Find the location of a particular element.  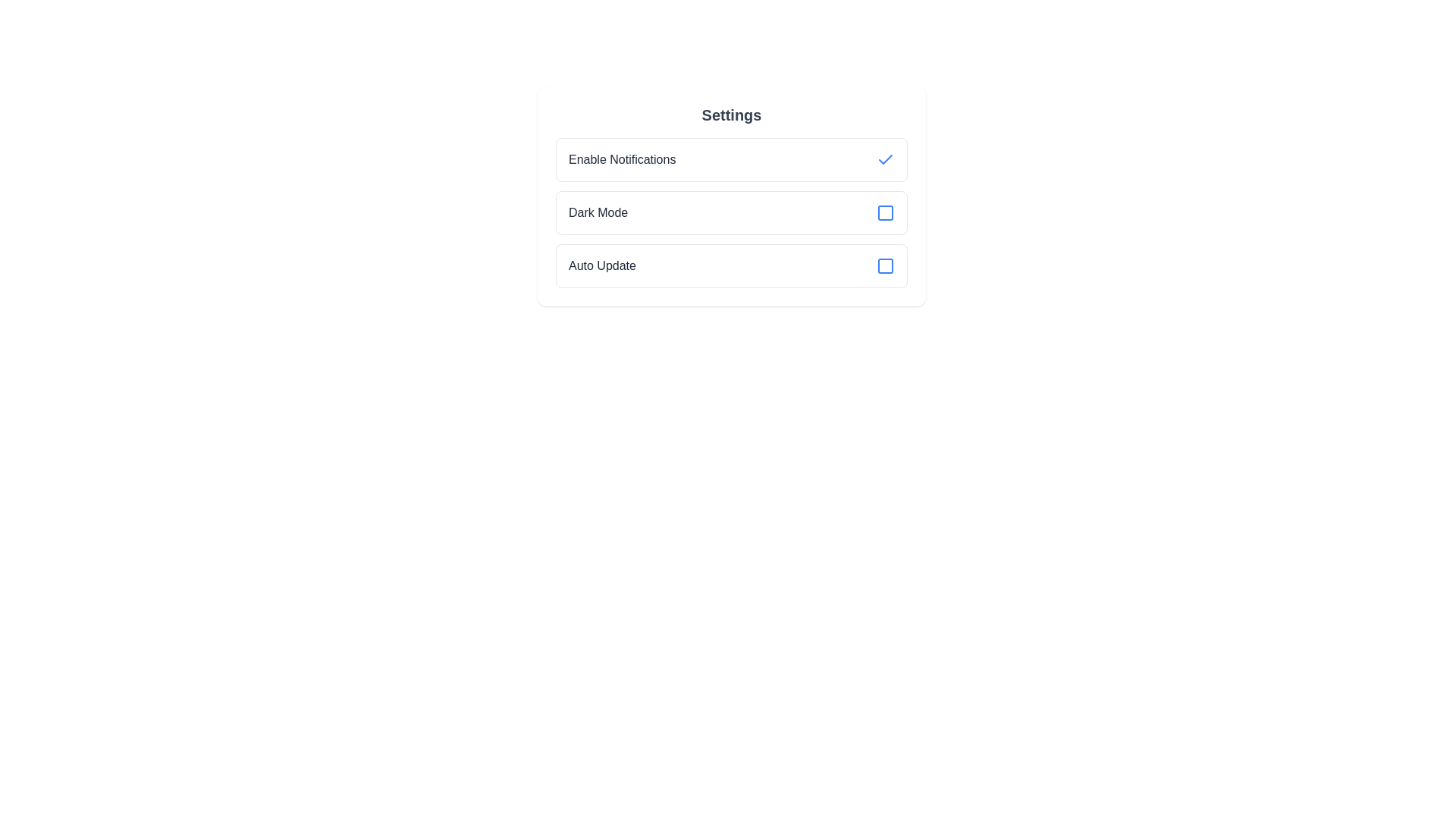

the checkbox located to the right of the 'Dark Mode' text label is located at coordinates (885, 213).